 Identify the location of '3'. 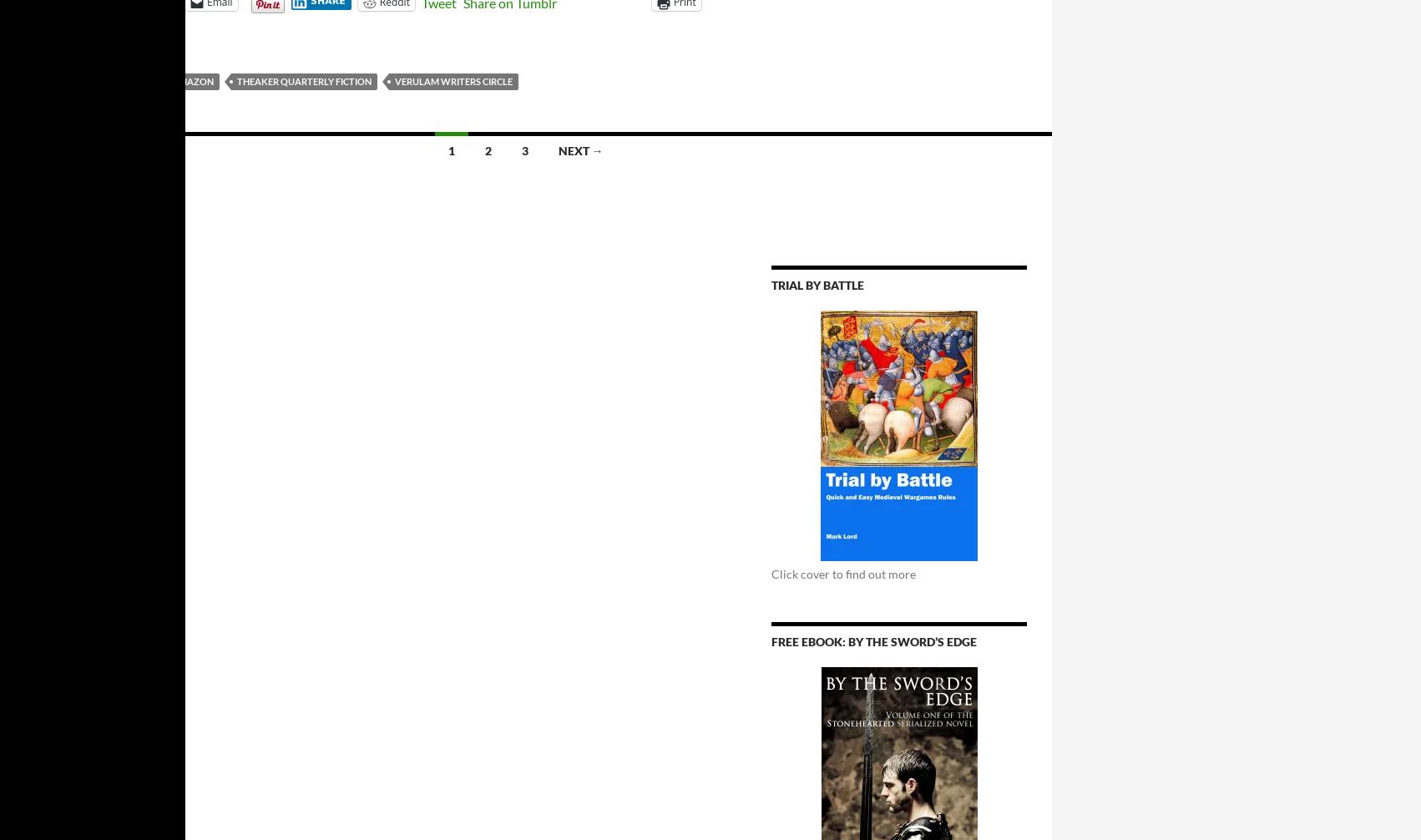
(524, 150).